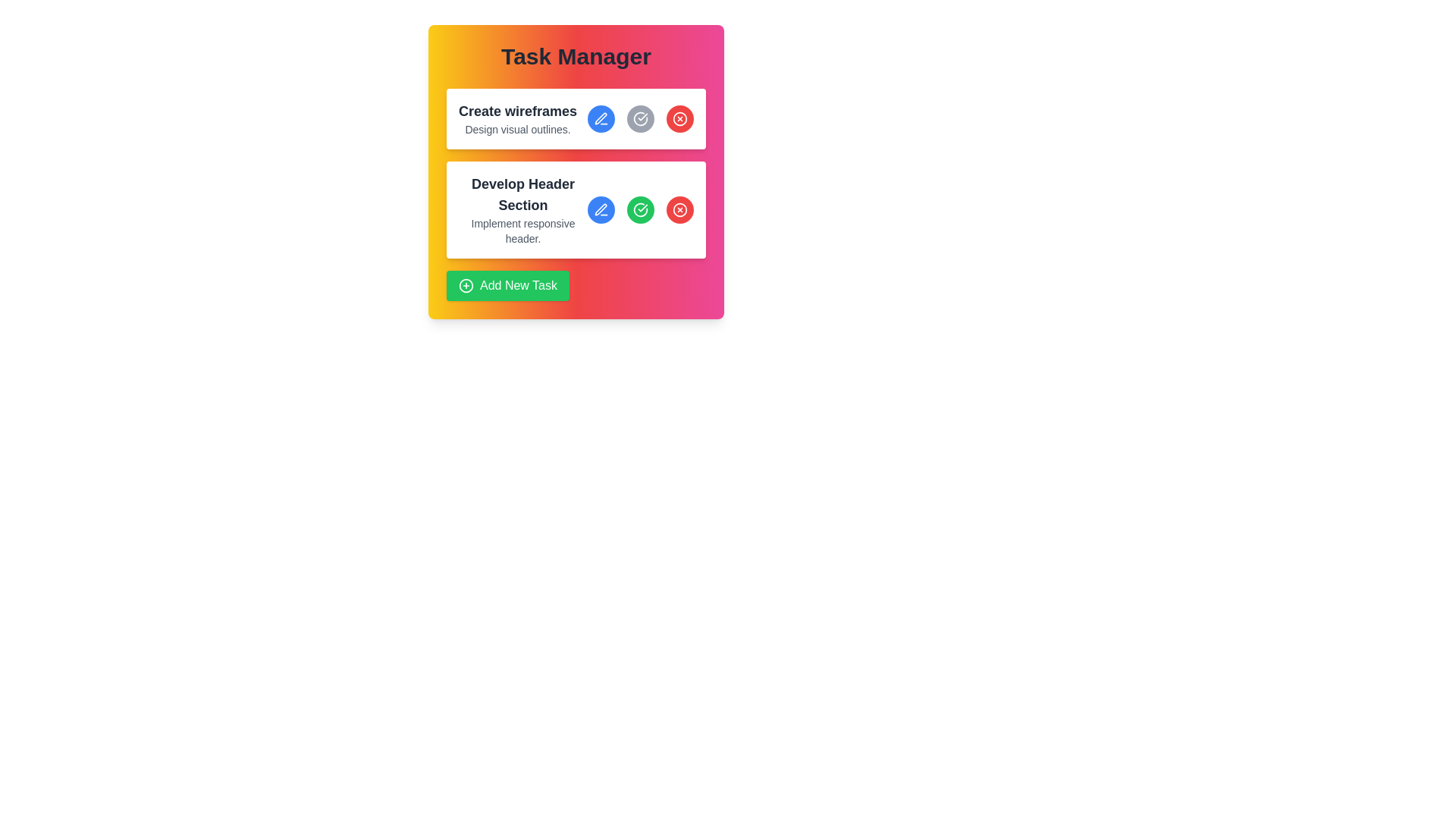 The image size is (1456, 819). What do you see at coordinates (465, 286) in the screenshot?
I see `the addition icon located at the leftmost portion of the 'Add New Task' button` at bounding box center [465, 286].